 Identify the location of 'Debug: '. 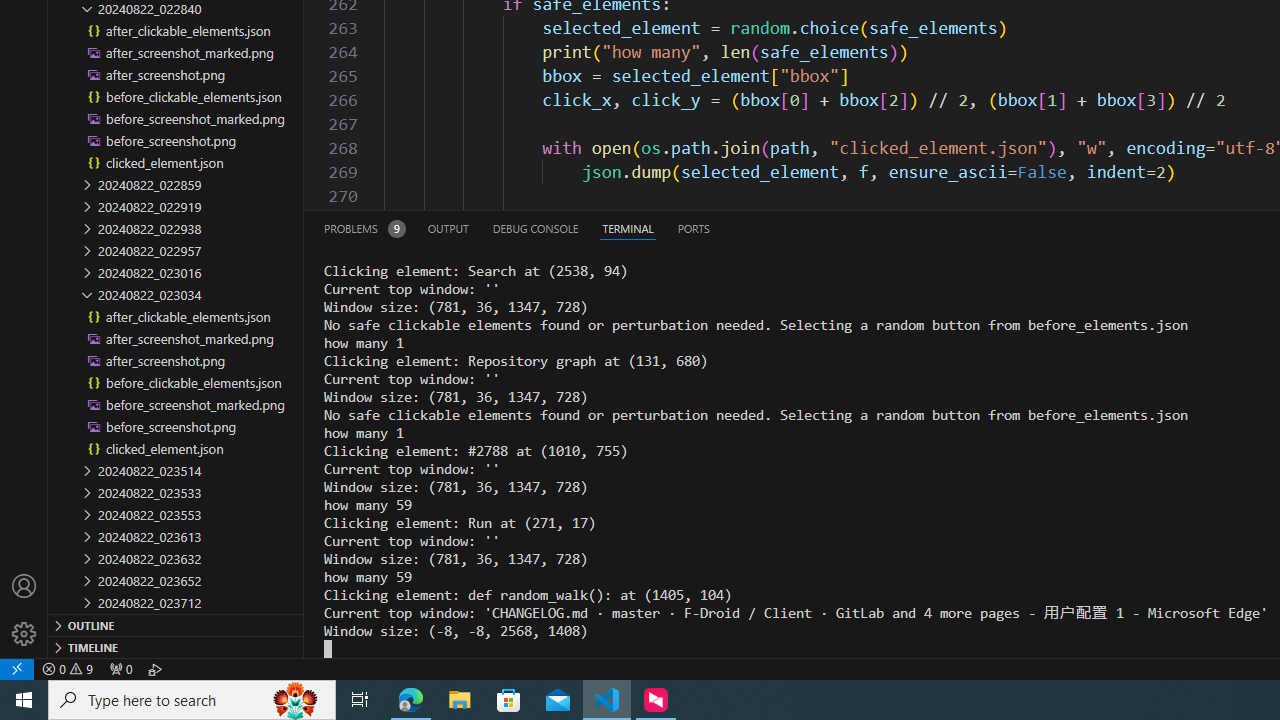
(154, 668).